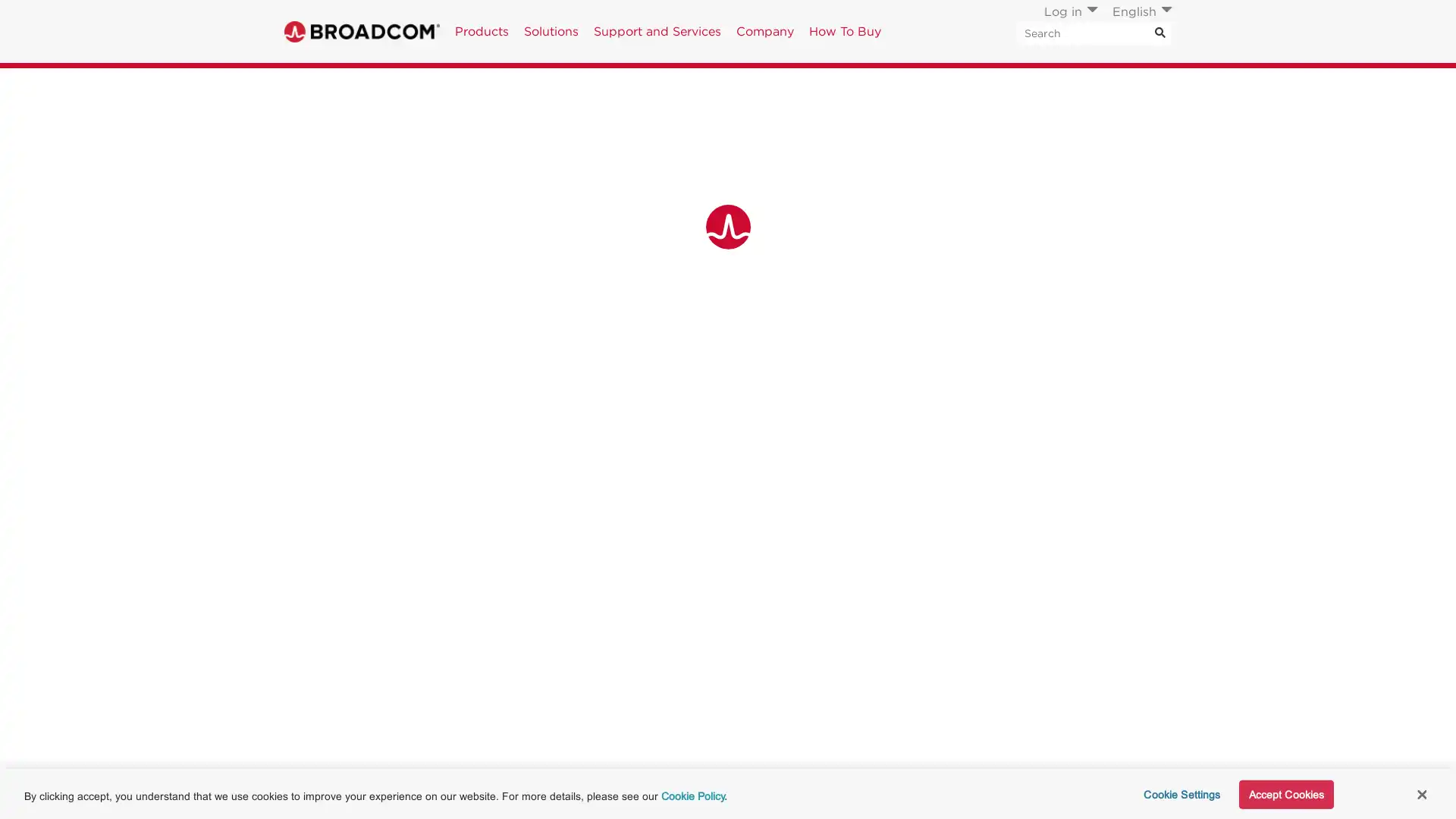 This screenshot has height=819, width=1456. I want to click on How To Buy, so click(844, 31).